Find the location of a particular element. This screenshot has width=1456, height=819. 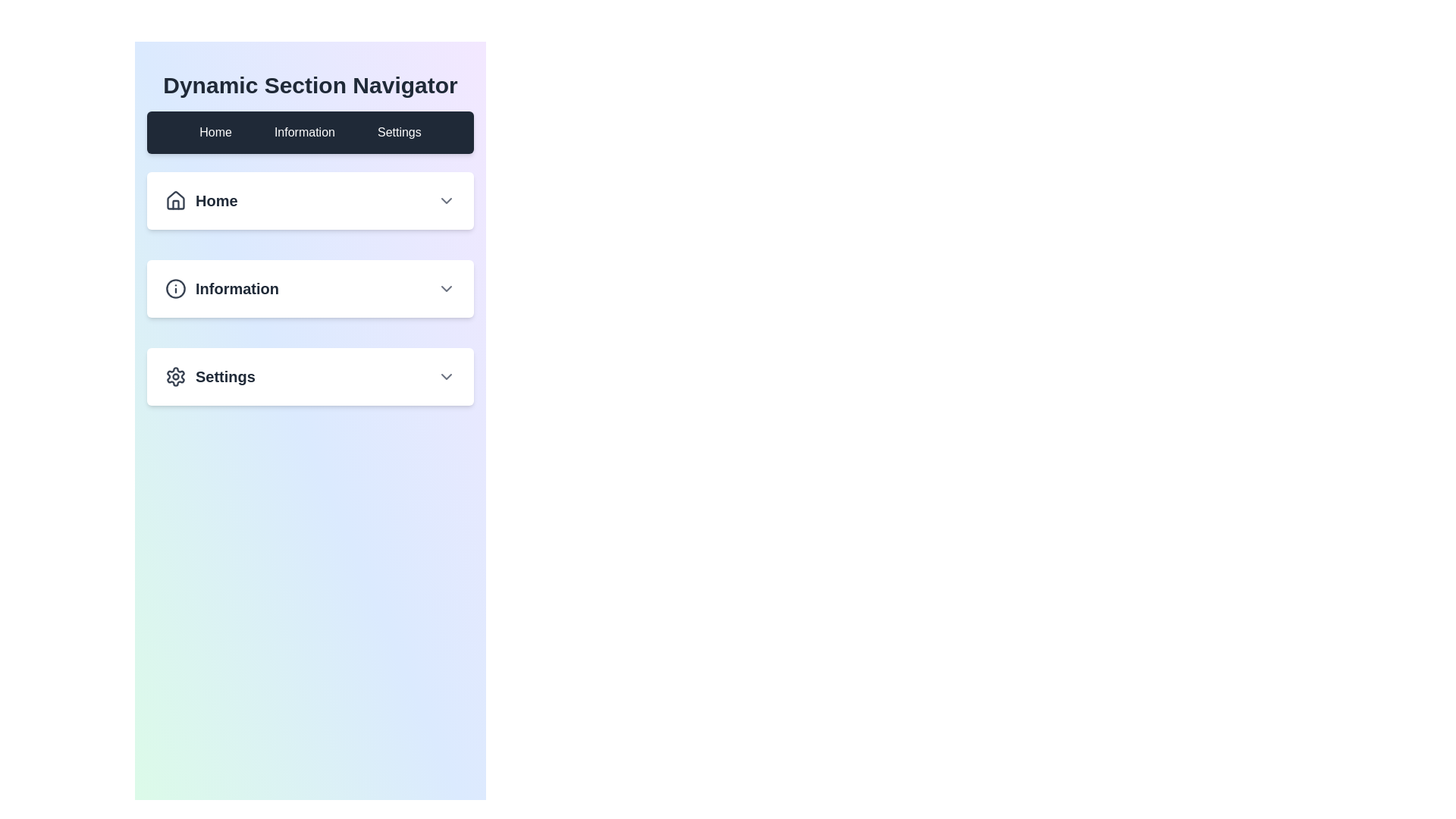

the Navigation link which is the first entry in the vertical list of navigation options on the center-left of the page is located at coordinates (200, 200).